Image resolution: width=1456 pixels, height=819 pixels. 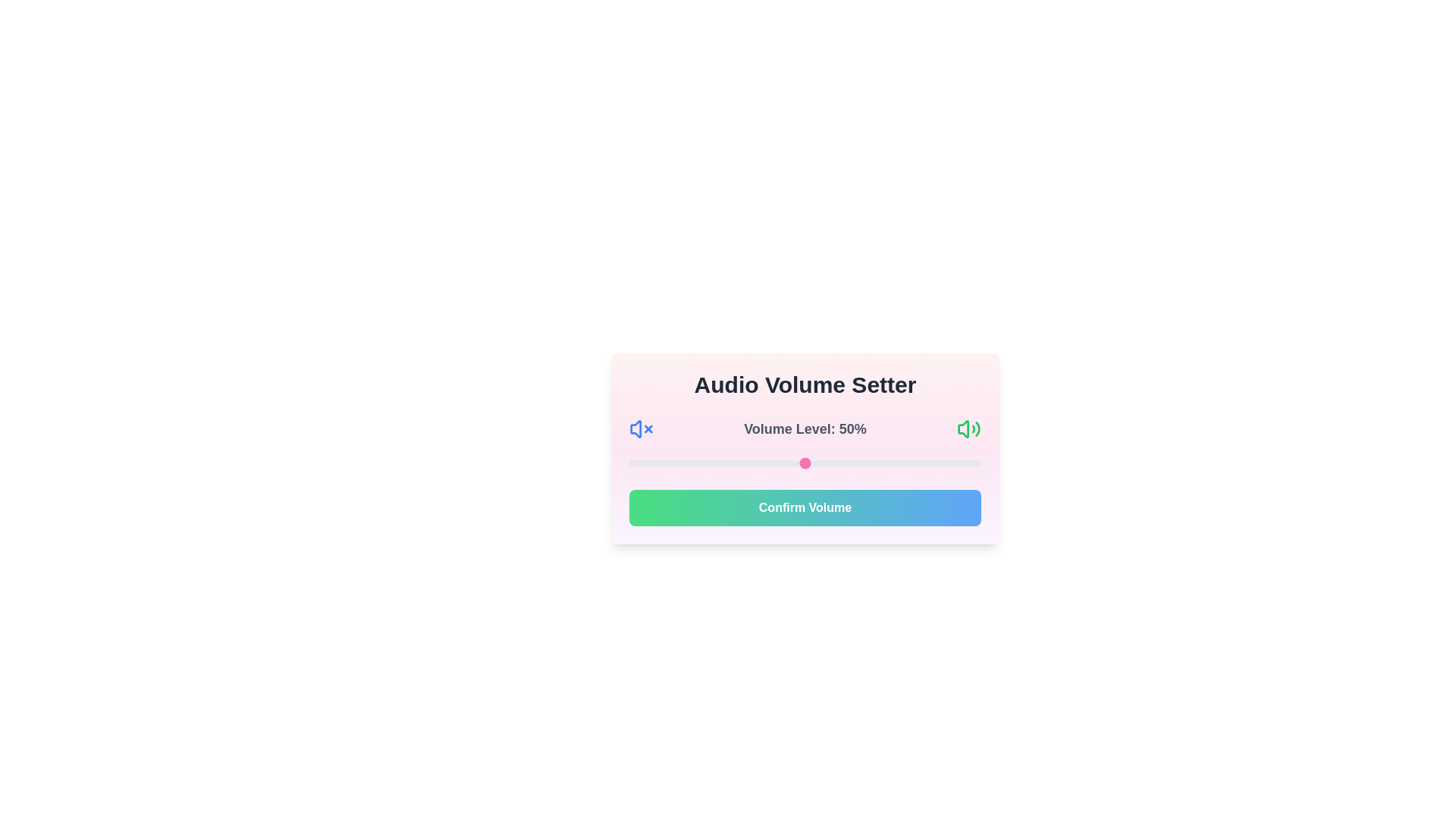 I want to click on the speaker icon with sound waves emanating, styled with a green outline, located within the volume control interface, so click(x=968, y=429).